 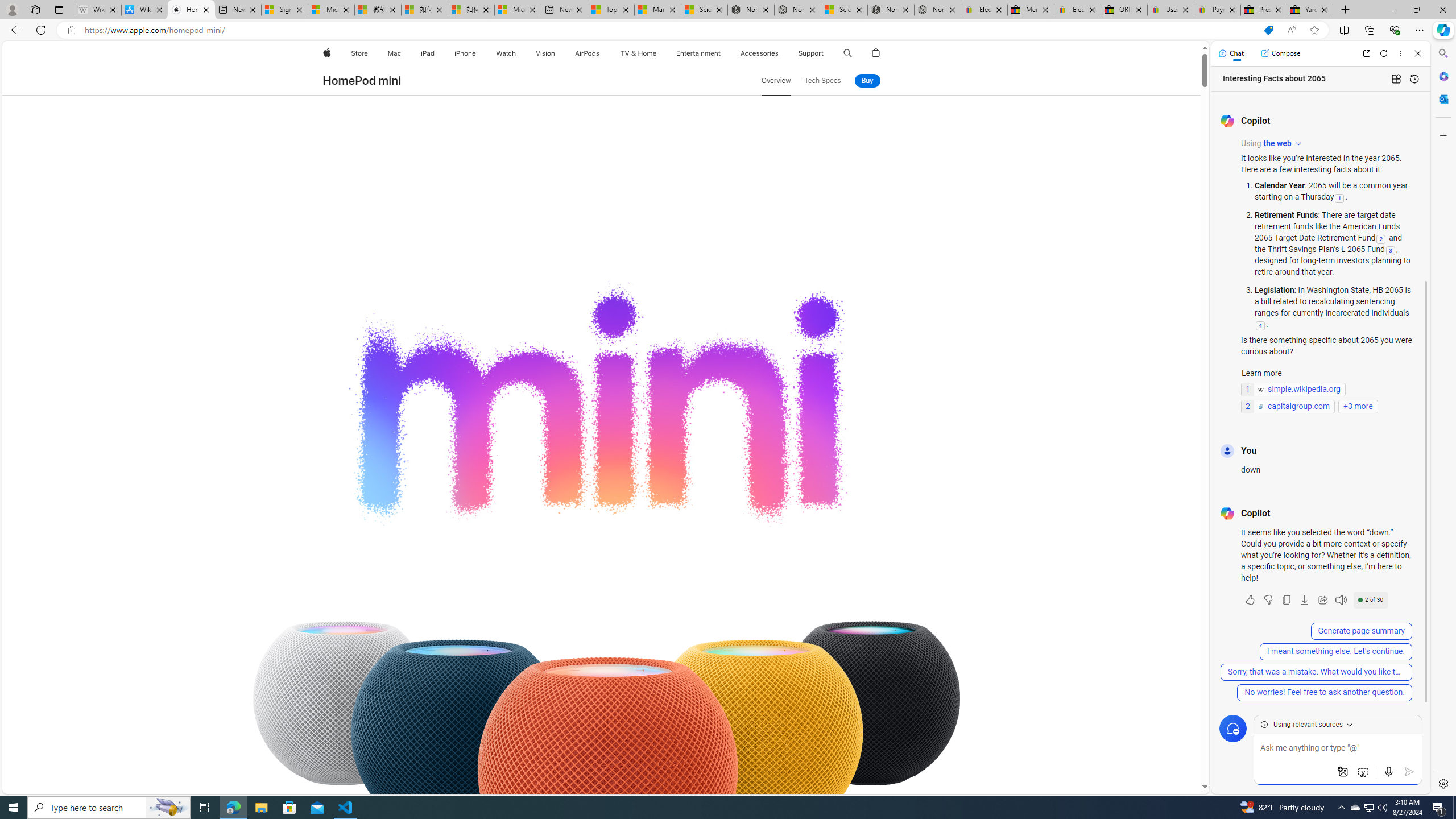 I want to click on 'Shopping Bag', so click(x=876, y=53).